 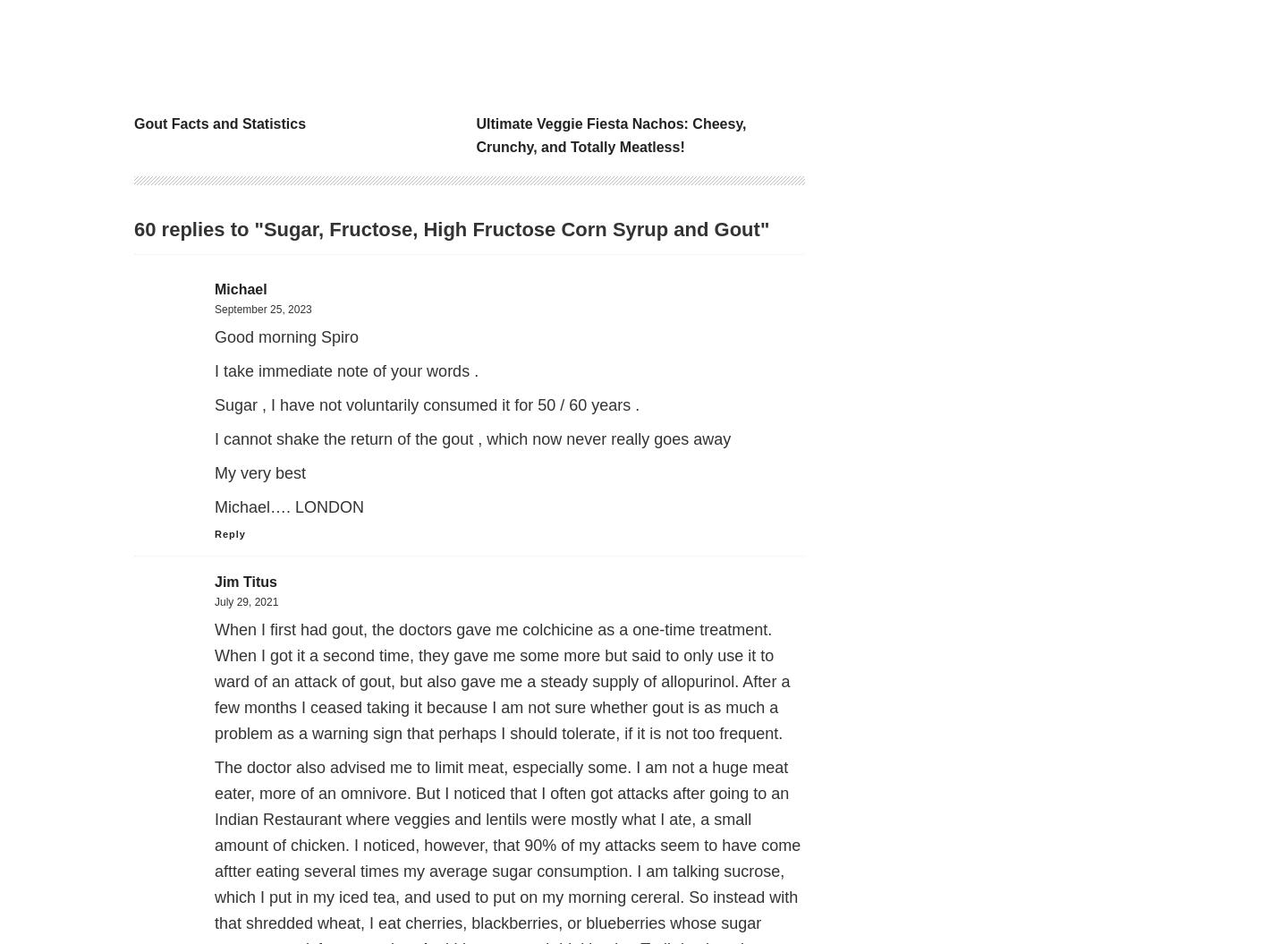 I want to click on 'I take  immediate note of your words .', so click(x=345, y=370).